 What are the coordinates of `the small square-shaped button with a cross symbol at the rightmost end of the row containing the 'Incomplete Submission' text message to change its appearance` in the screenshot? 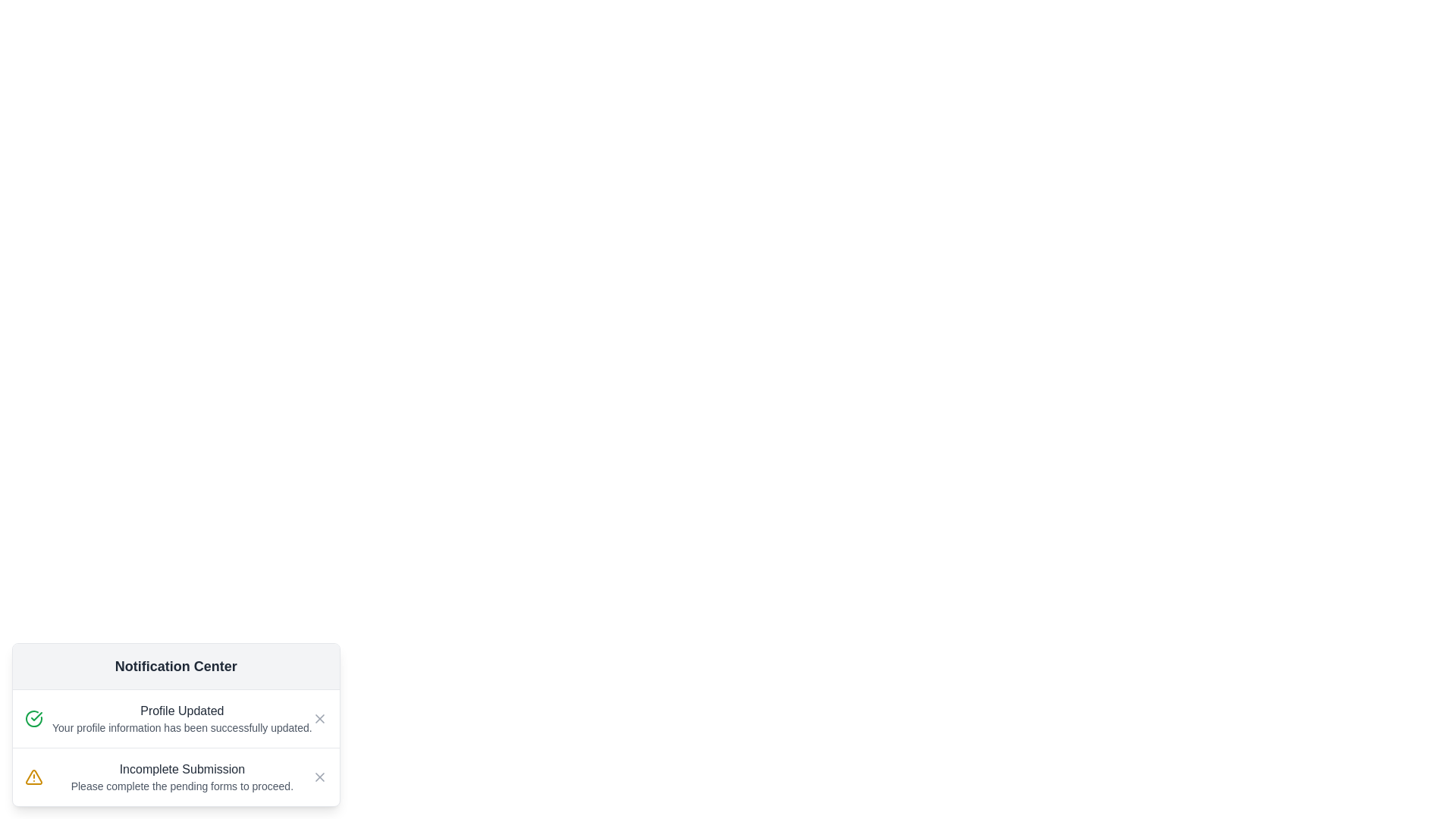 It's located at (318, 777).